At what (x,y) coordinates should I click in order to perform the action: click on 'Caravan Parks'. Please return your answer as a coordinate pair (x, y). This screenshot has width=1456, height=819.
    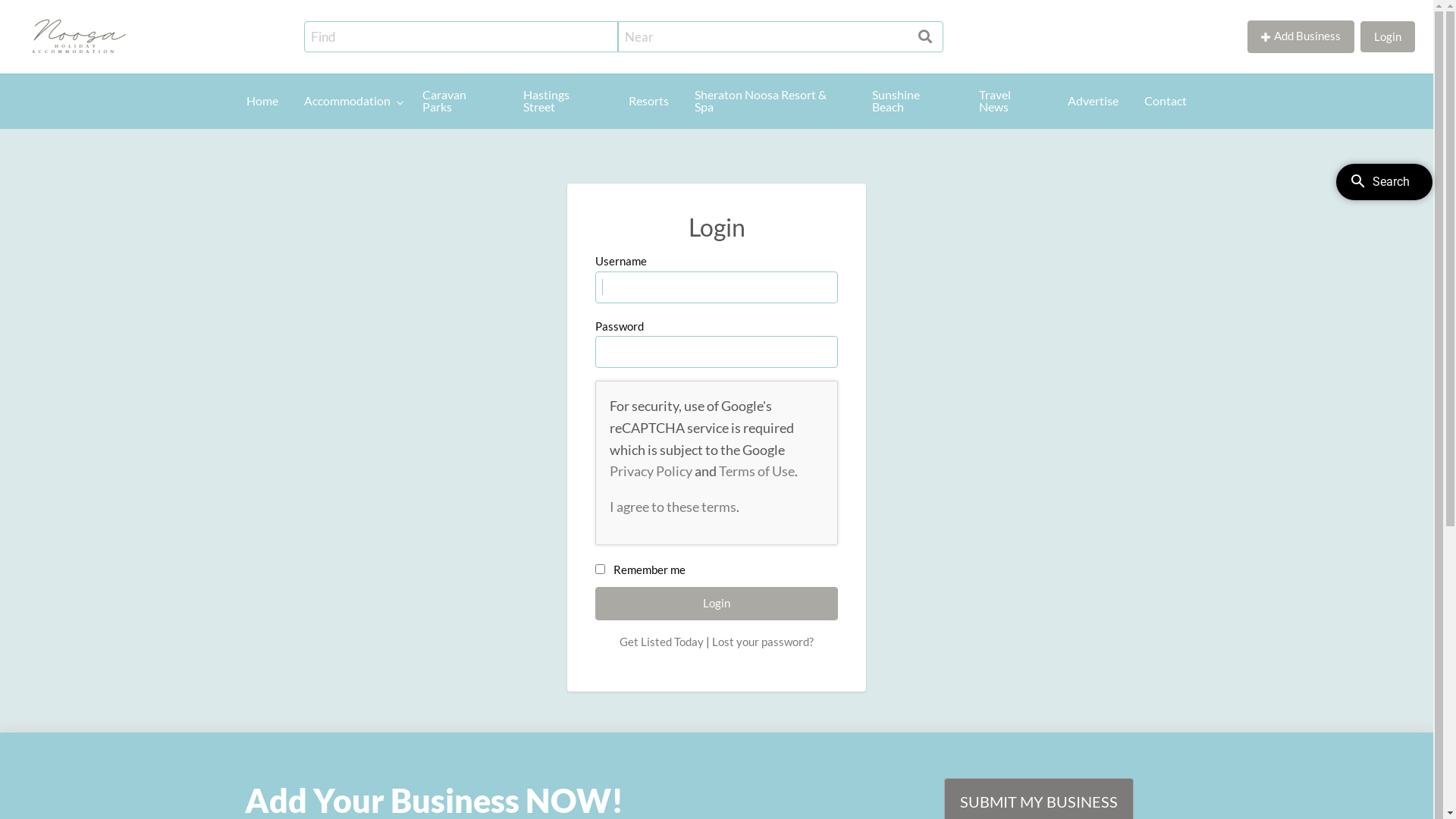
    Looking at the image, I should click on (459, 101).